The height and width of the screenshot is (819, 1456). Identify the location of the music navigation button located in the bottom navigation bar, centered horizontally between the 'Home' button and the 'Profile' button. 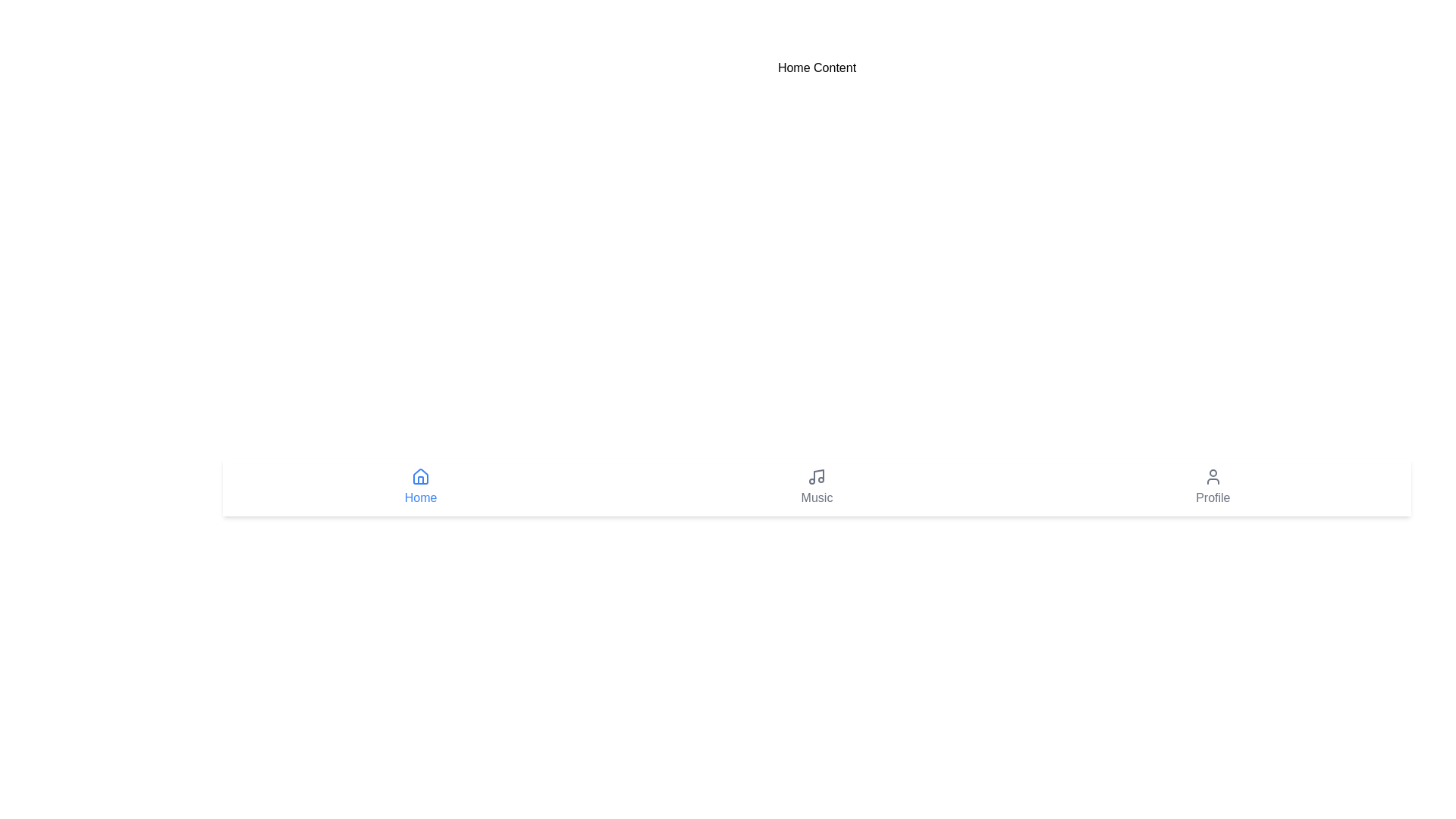
(816, 488).